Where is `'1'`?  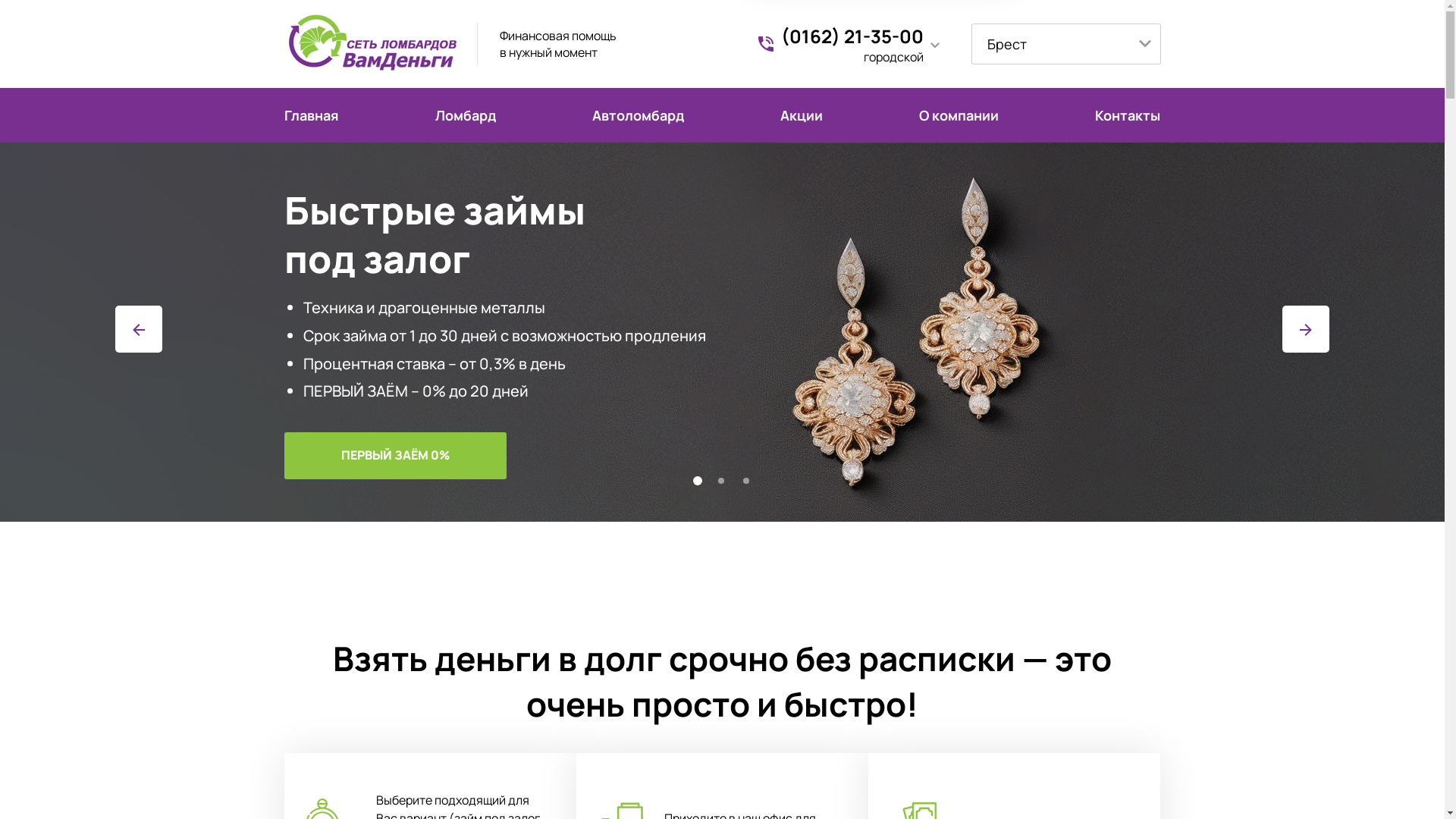
'1' is located at coordinates (699, 483).